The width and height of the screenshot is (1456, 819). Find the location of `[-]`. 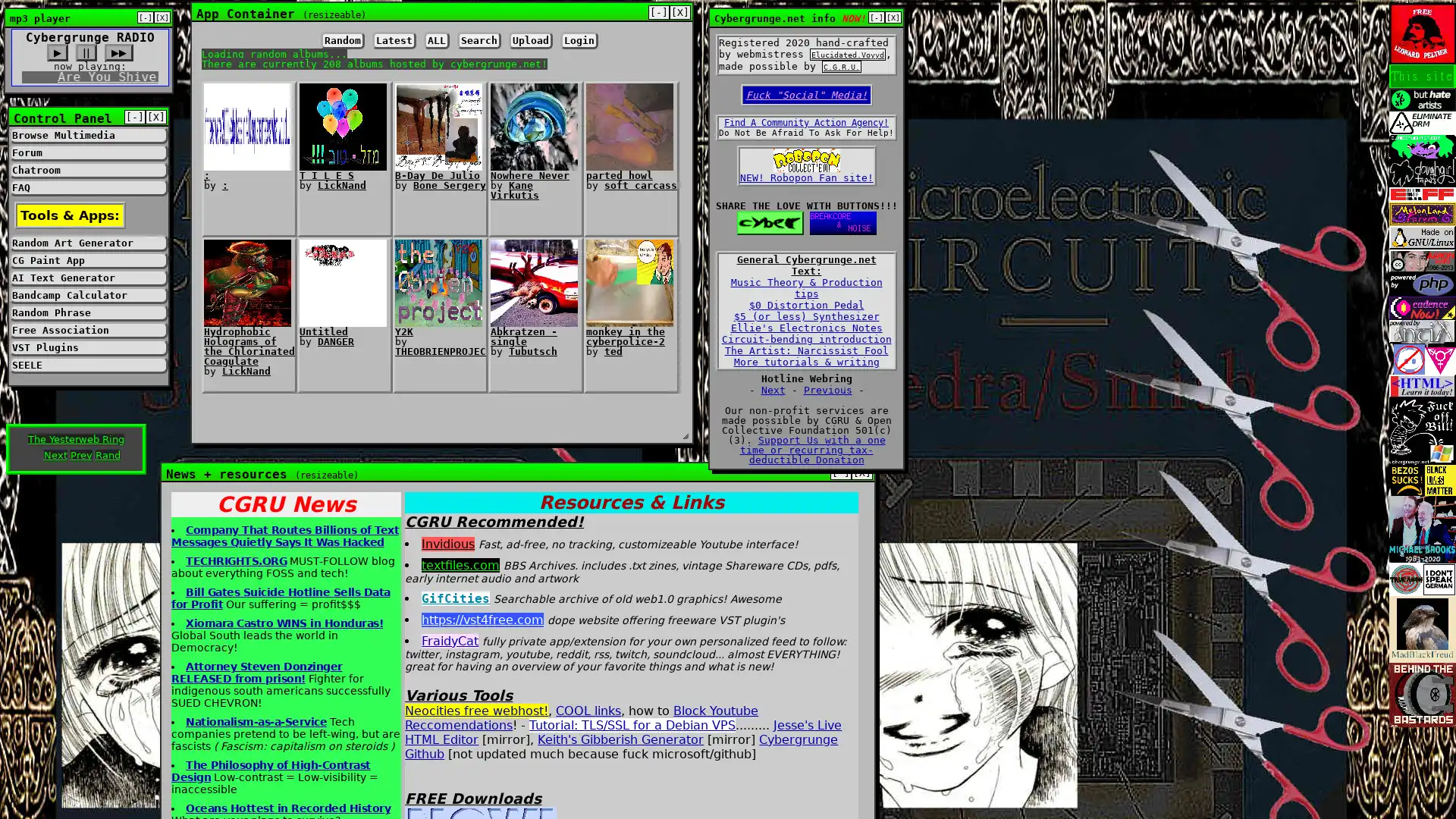

[-] is located at coordinates (658, 12).